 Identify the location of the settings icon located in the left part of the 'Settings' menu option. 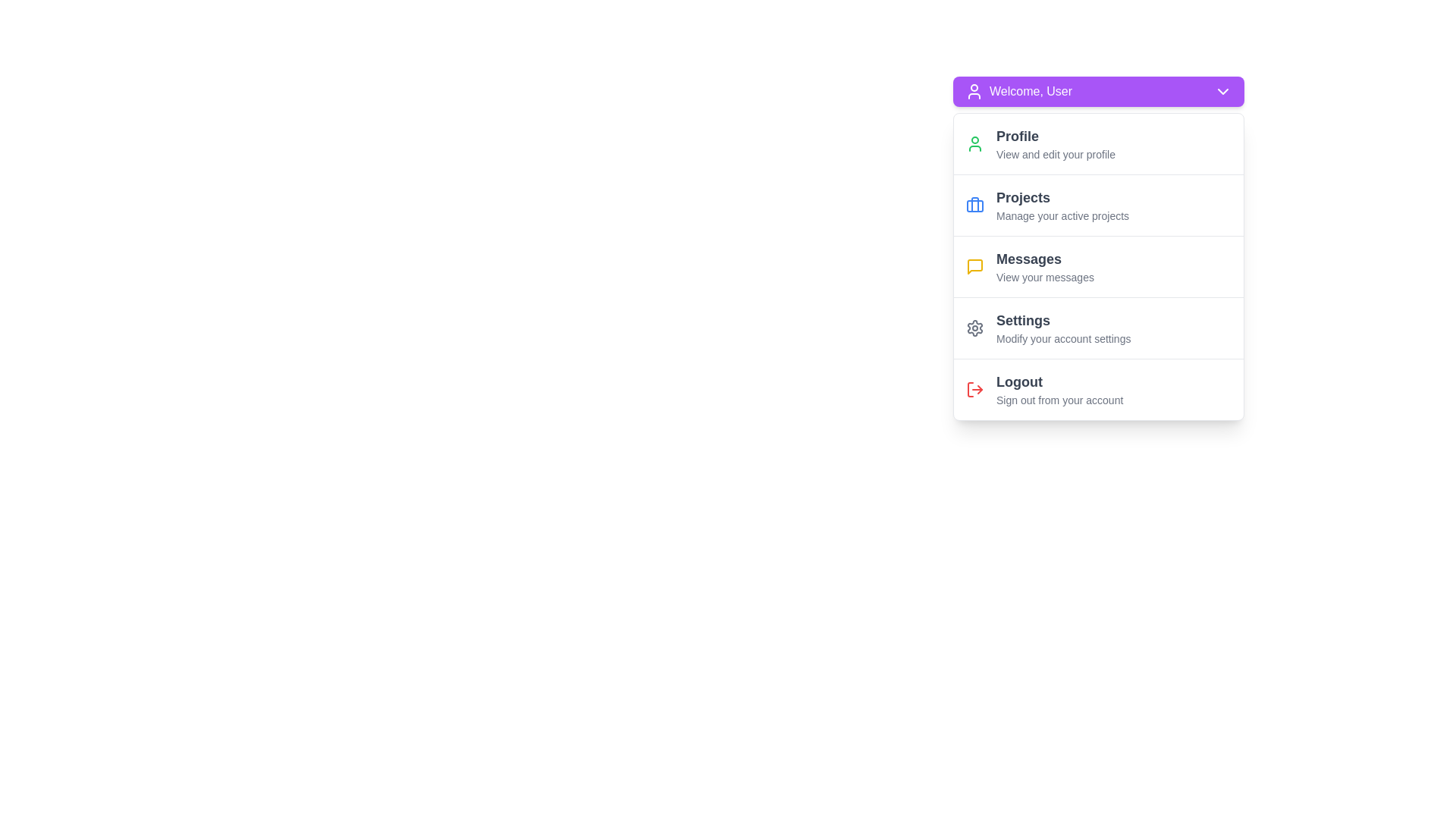
(975, 327).